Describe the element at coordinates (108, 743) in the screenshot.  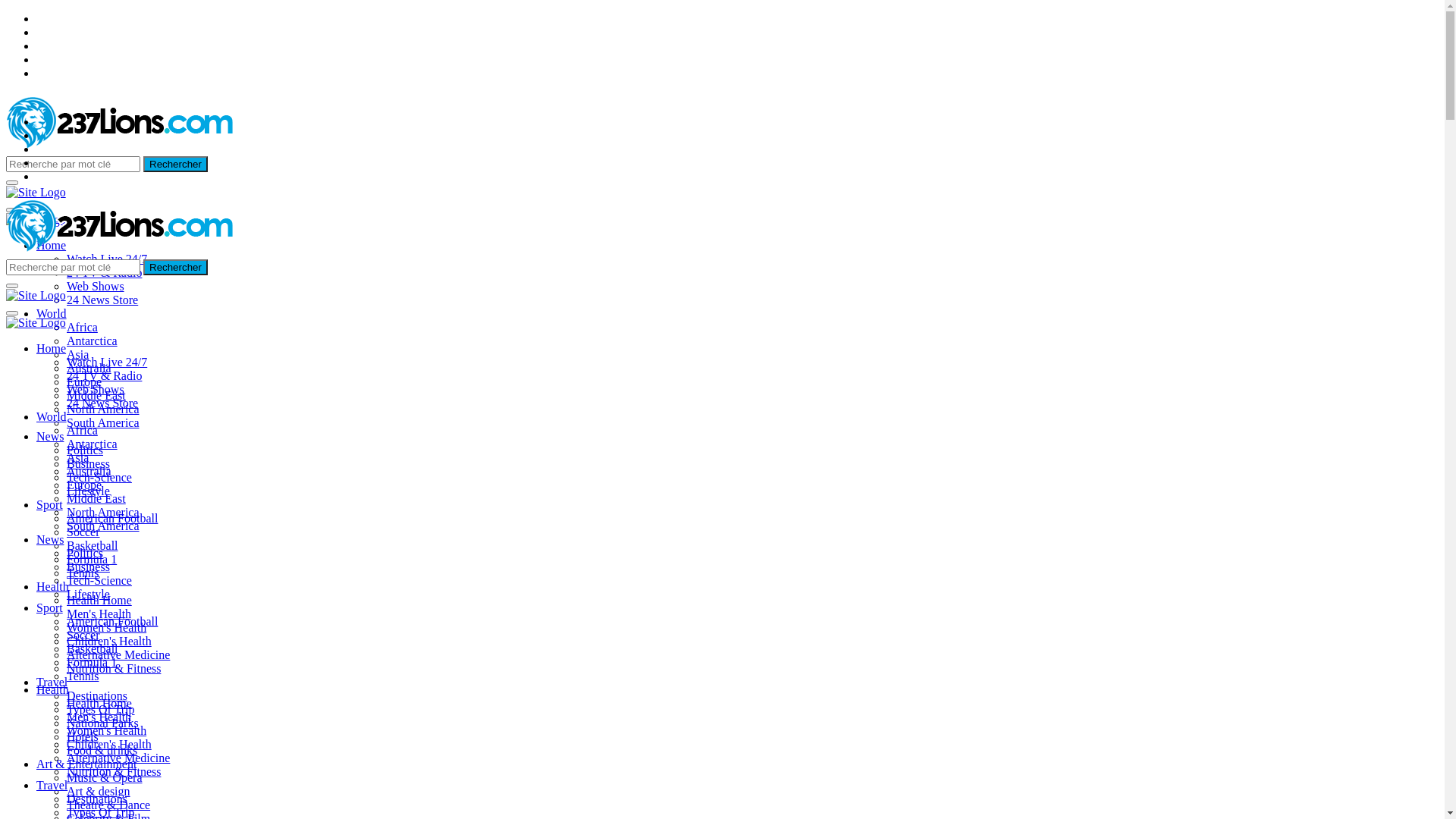
I see `'Children's Health'` at that location.